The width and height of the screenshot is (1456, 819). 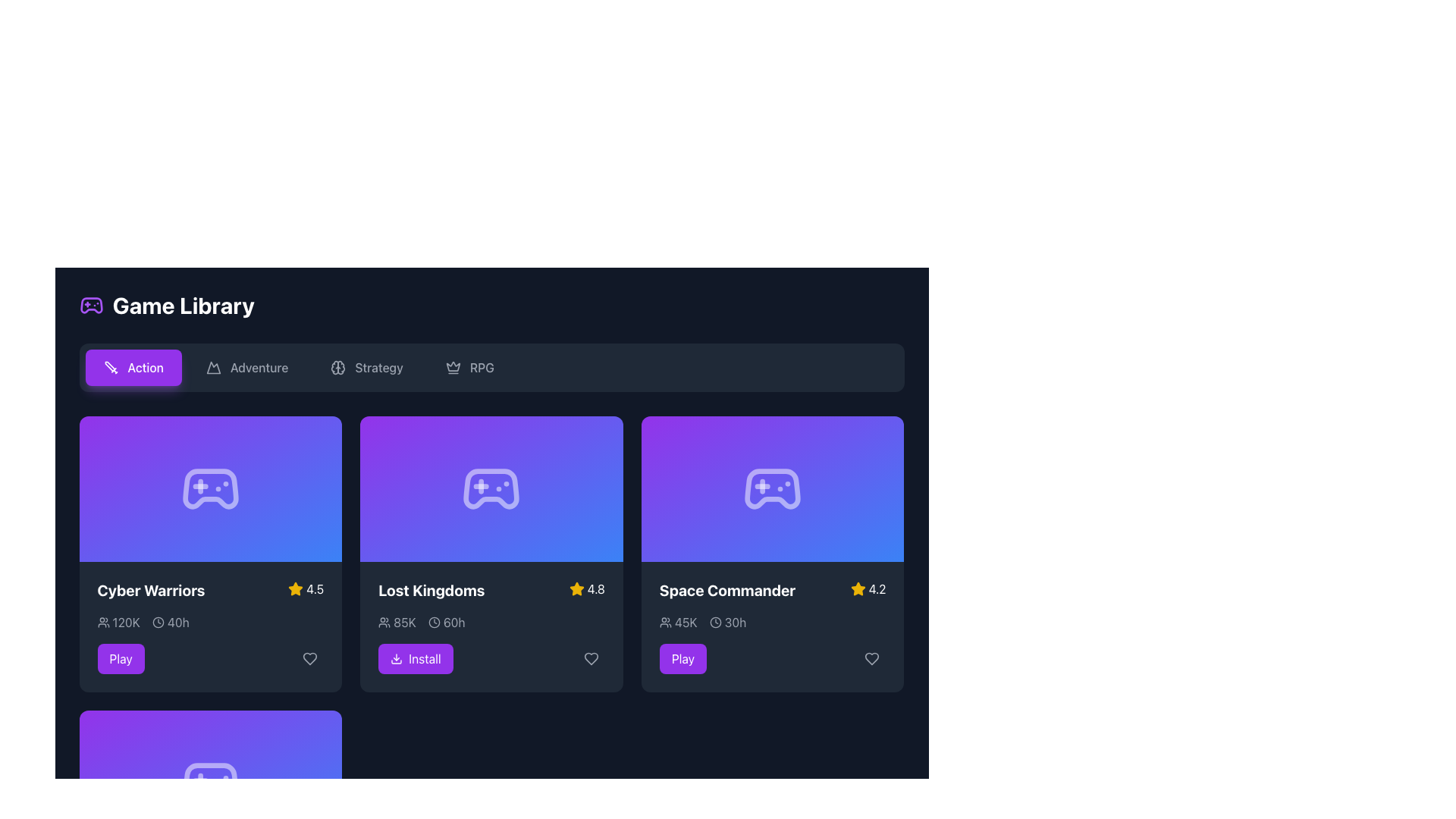 What do you see at coordinates (773, 488) in the screenshot?
I see `the game controller icon, which is part of the third card in the Game Library section, featuring a cross-shaped direction pad and circular buttons against a gradient background` at bounding box center [773, 488].